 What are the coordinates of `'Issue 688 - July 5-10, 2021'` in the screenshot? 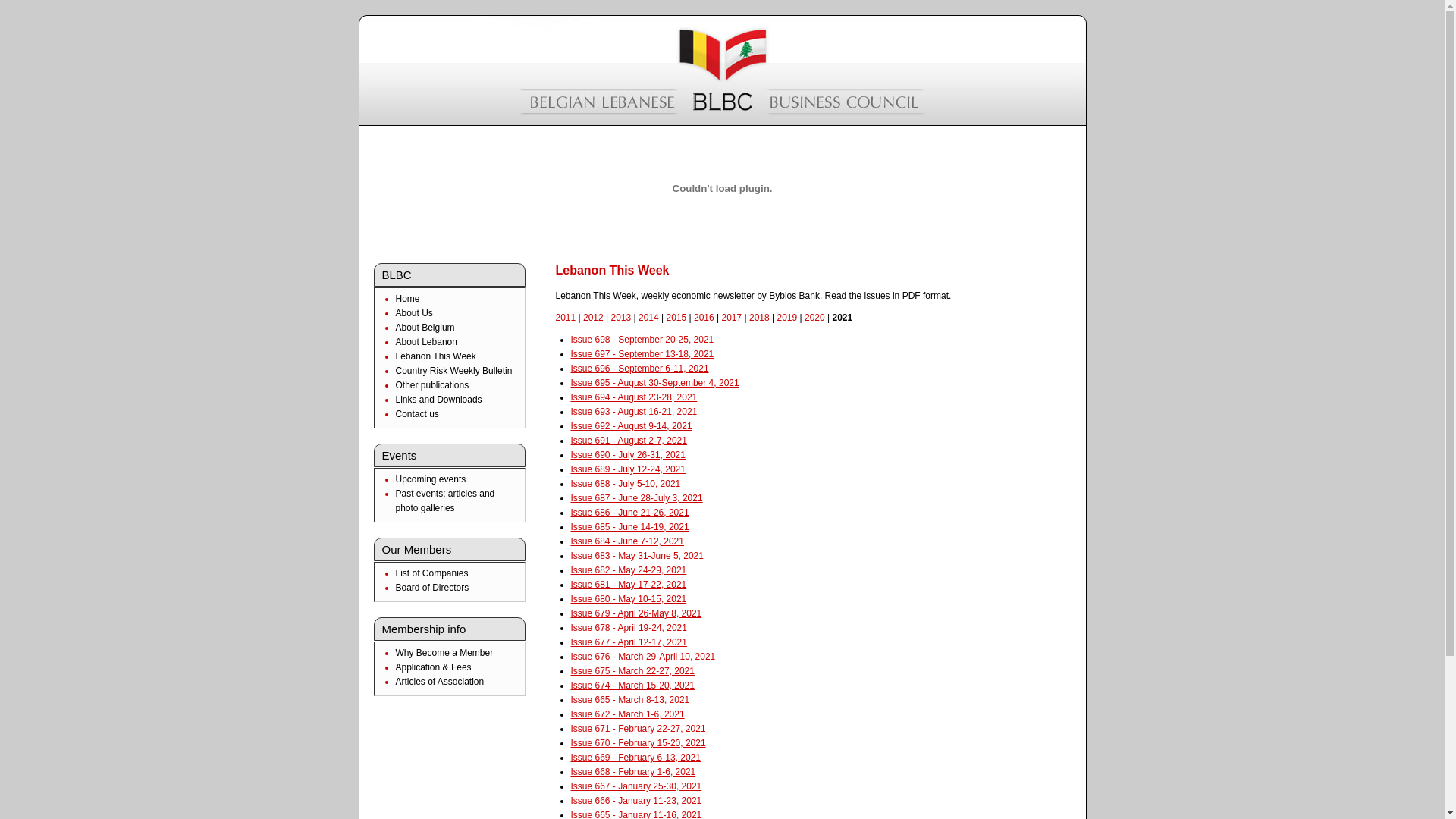 It's located at (625, 483).